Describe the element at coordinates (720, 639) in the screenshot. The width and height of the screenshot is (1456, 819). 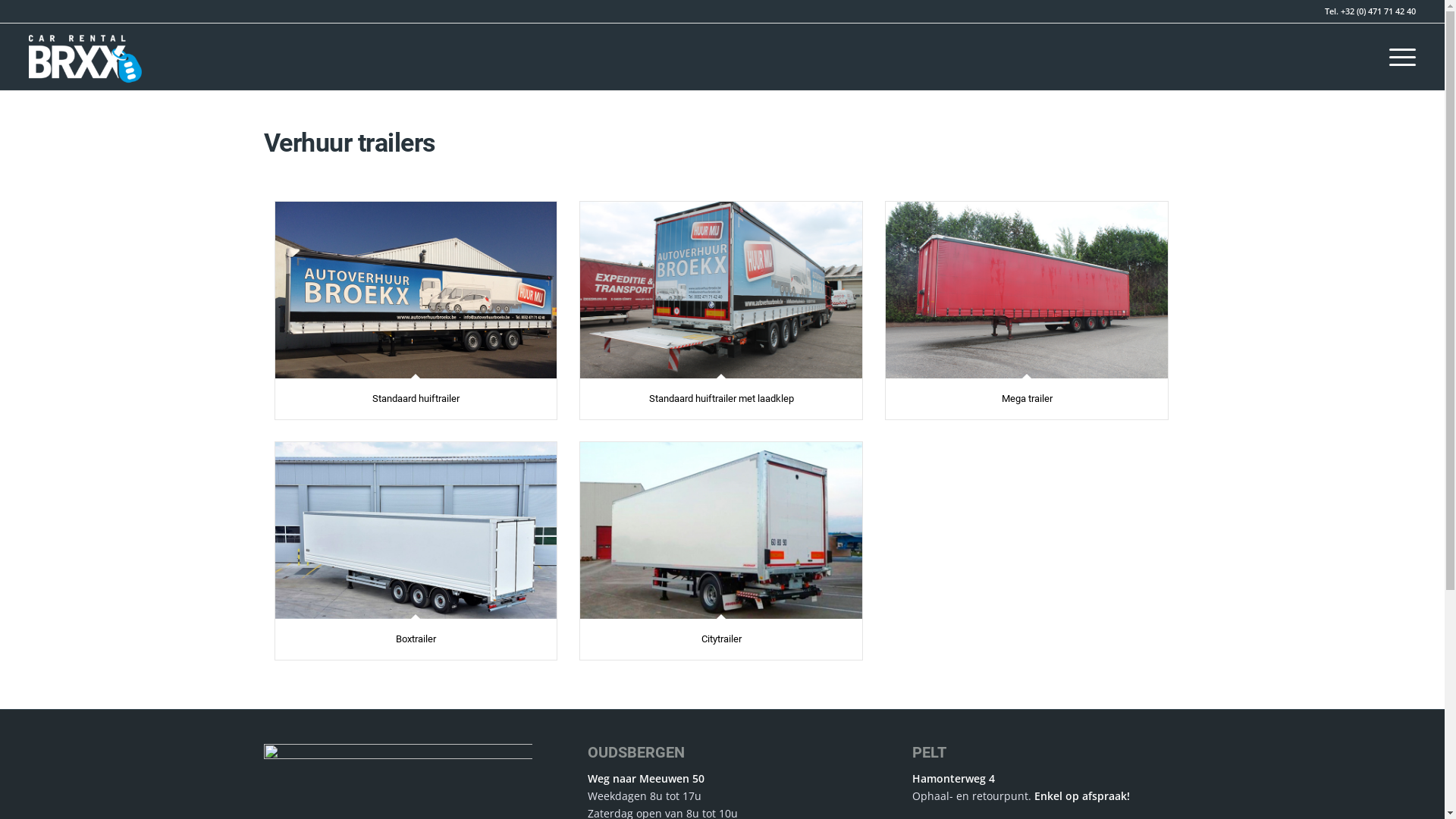
I see `'Citytrailer'` at that location.